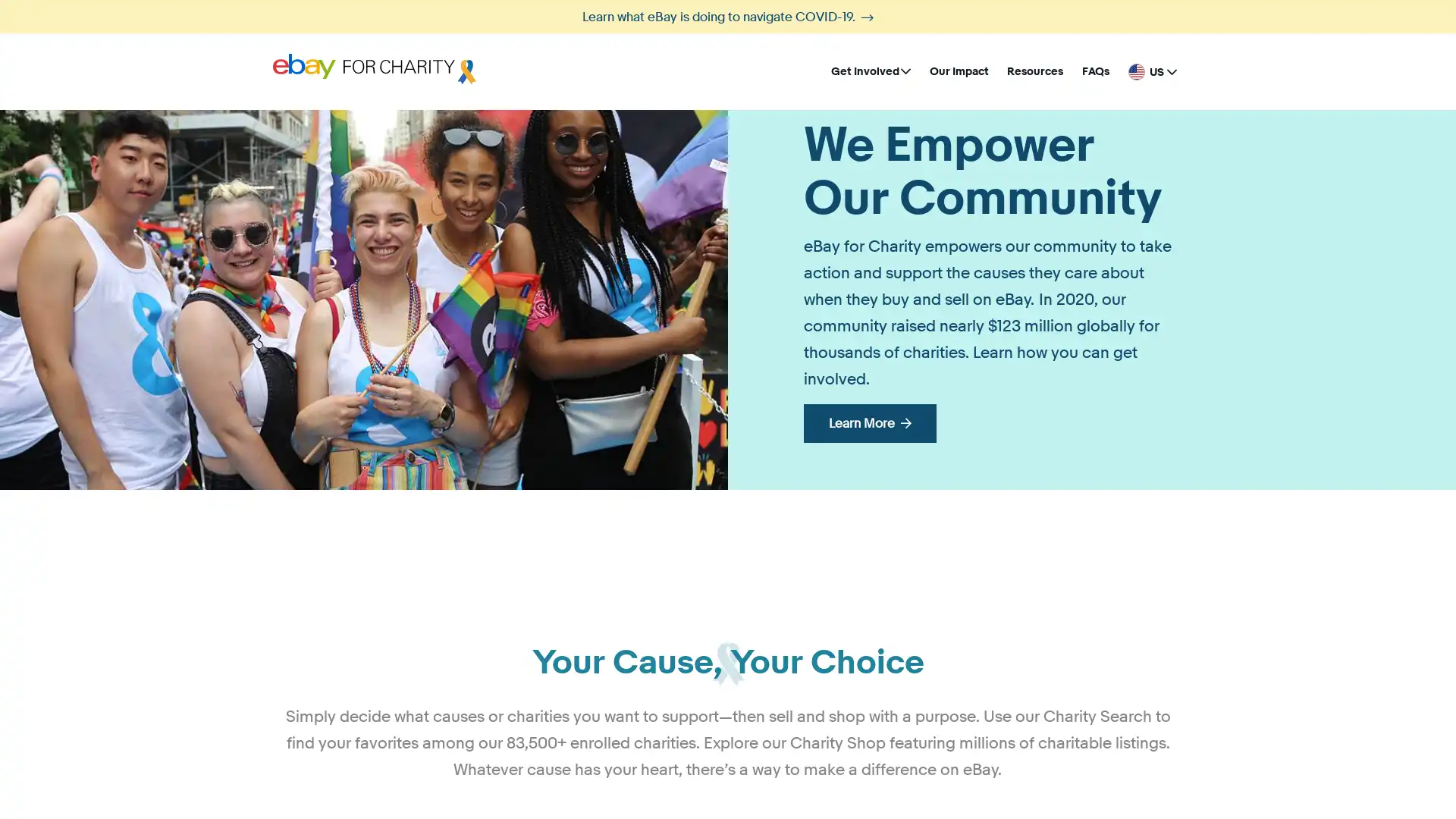 This screenshot has height=819, width=1456. I want to click on United States - English US, so click(1151, 71).